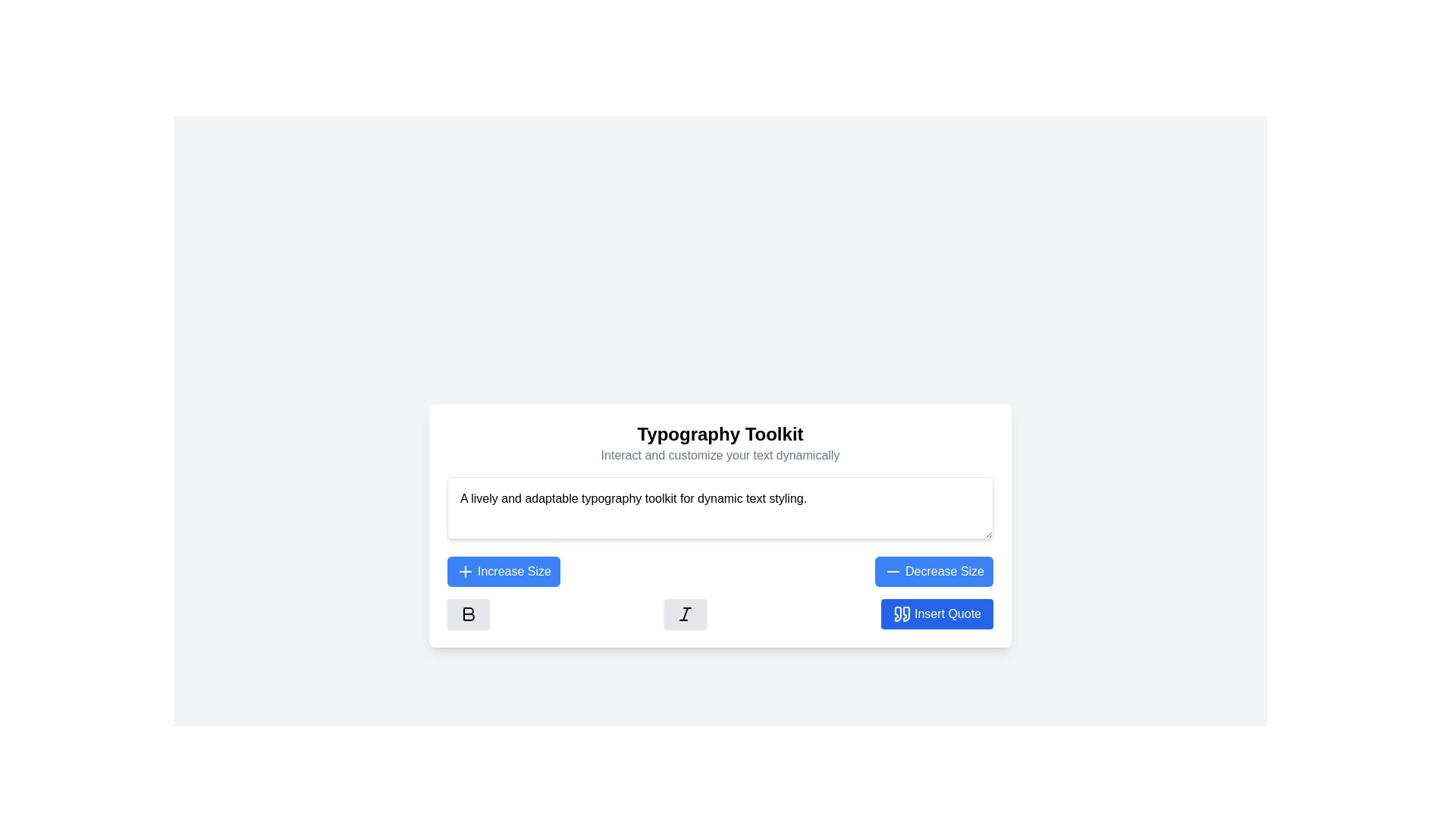 Image resolution: width=1456 pixels, height=819 pixels. I want to click on the Decrease Size icon located within the 'Decrease Size' button, which is positioned in the bottom-right corner of the application interface, so click(893, 571).